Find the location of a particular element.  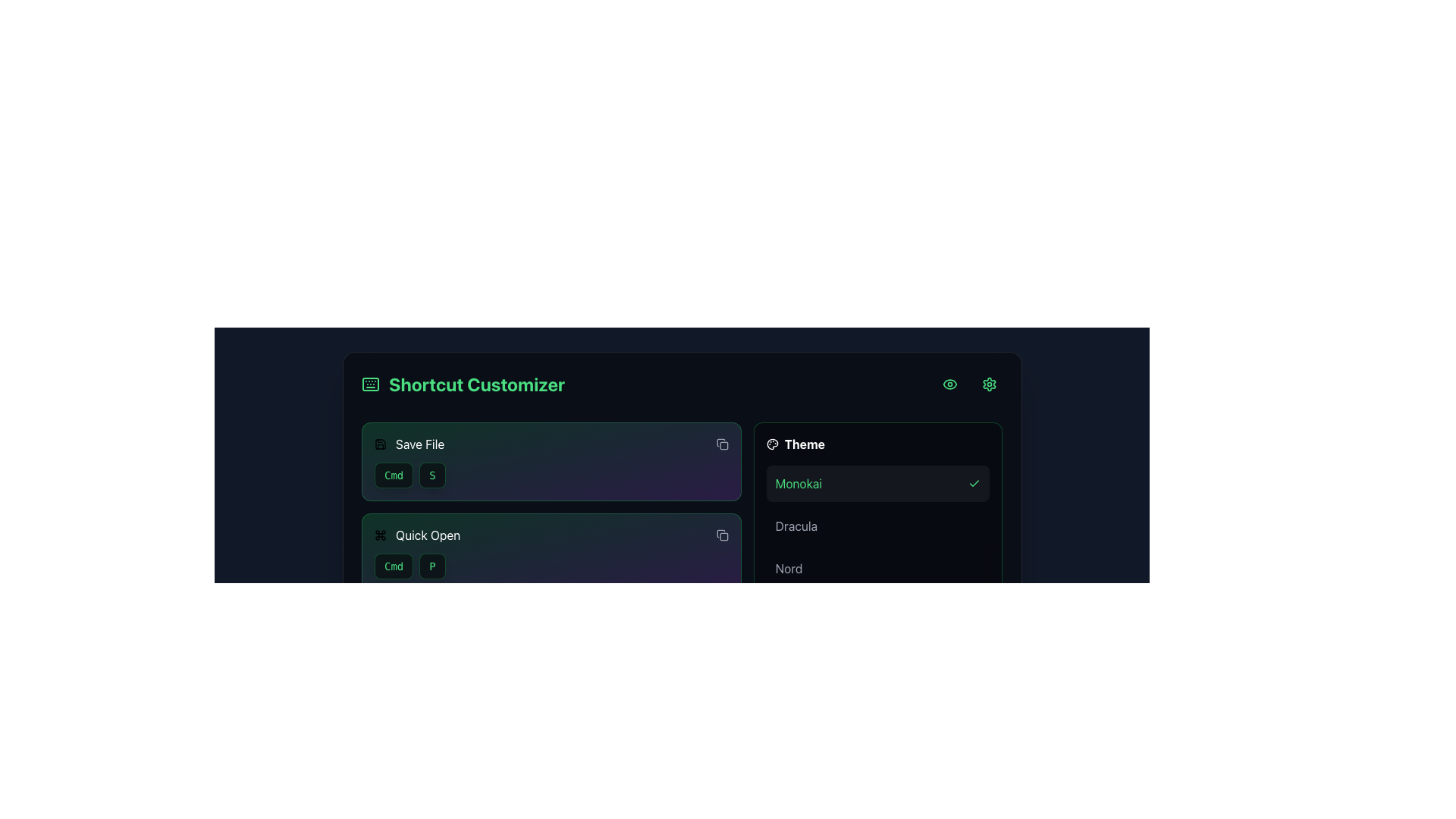

the 'Copy' button located at the rightmost end of the 'Save File' row in the 'Shortcut Customizer' section to observe styling changes is located at coordinates (721, 444).